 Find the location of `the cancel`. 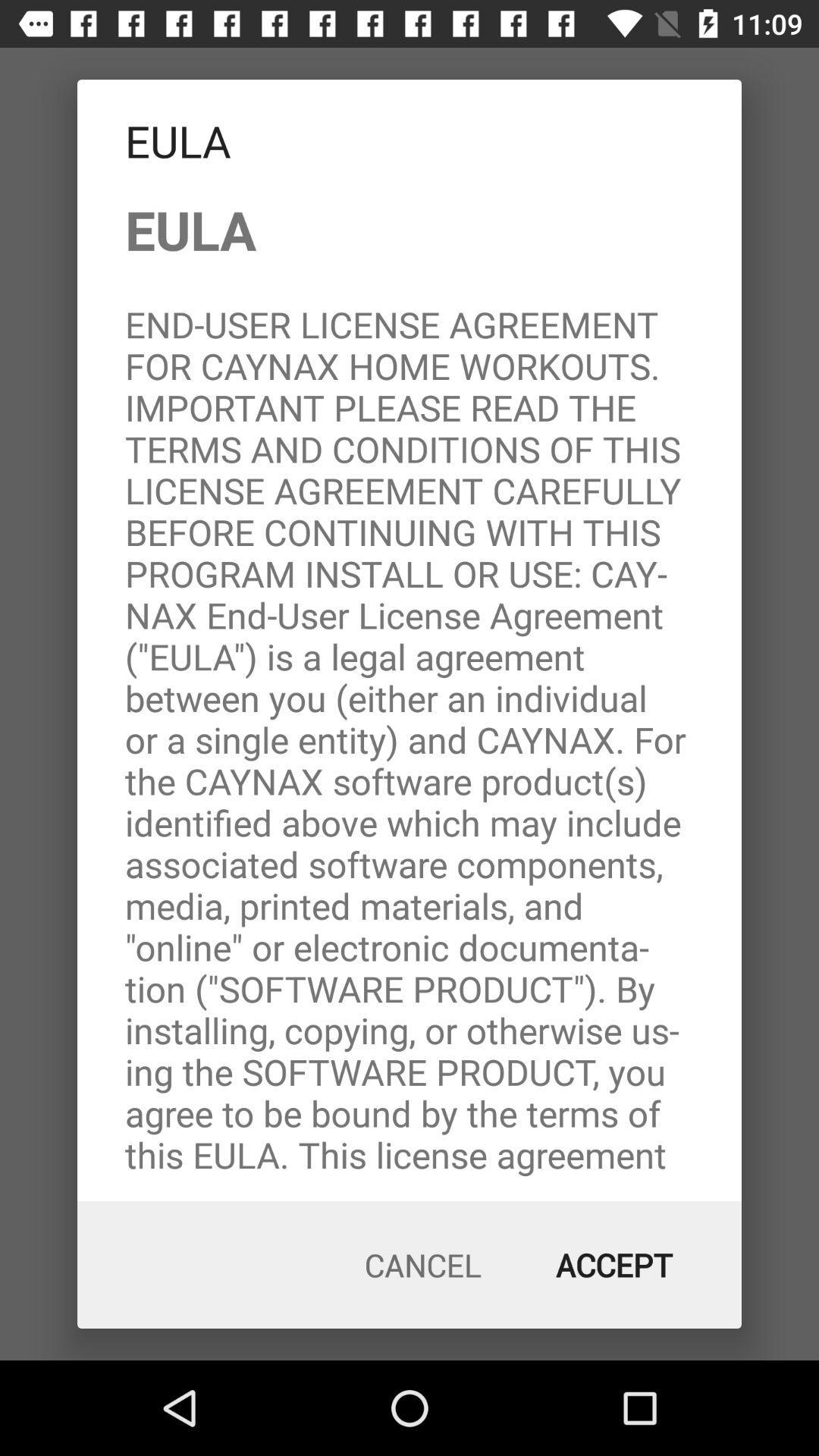

the cancel is located at coordinates (423, 1265).